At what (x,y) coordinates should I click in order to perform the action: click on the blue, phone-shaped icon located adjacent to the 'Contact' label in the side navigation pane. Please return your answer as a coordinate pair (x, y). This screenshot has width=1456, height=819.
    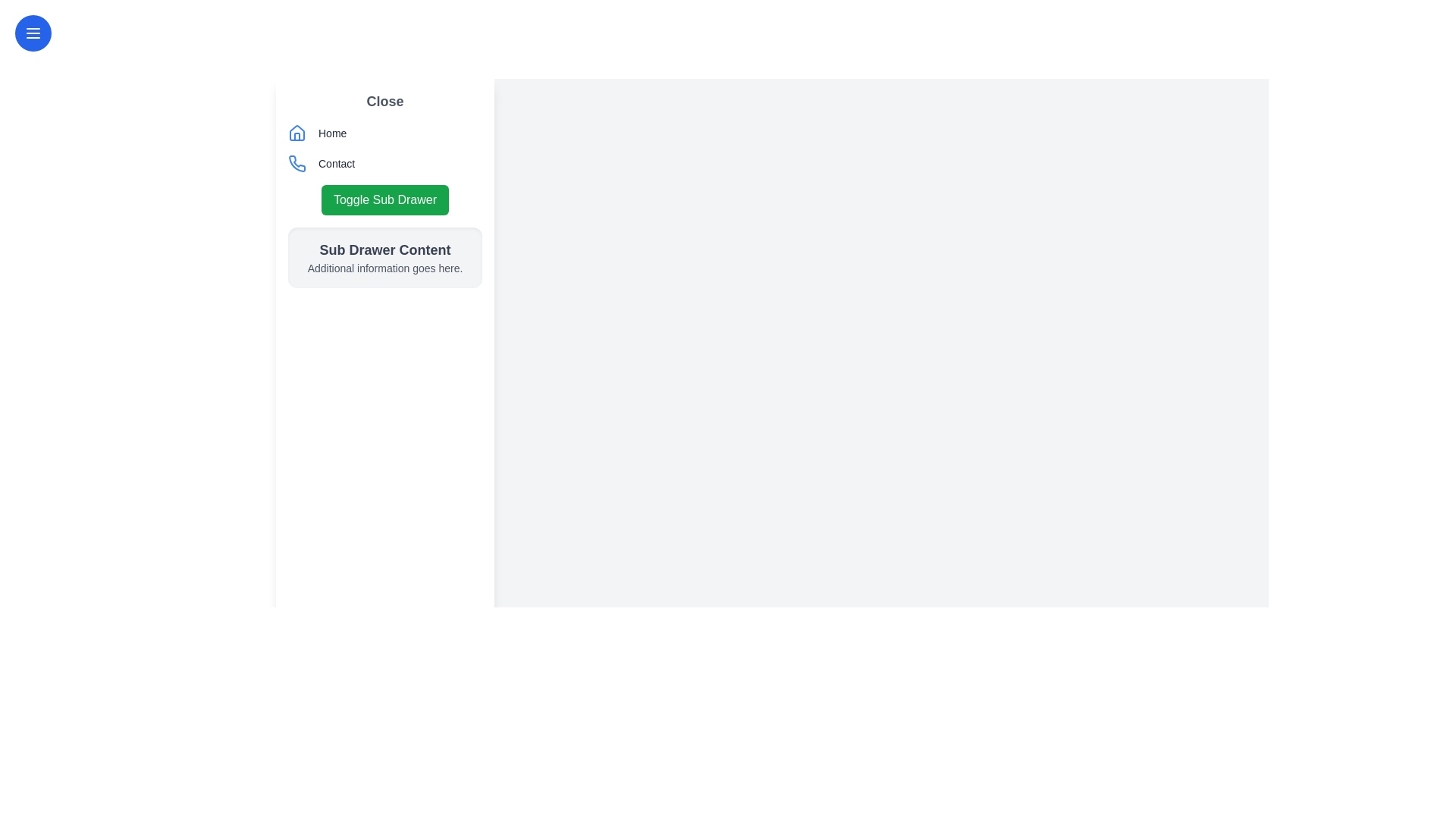
    Looking at the image, I should click on (297, 164).